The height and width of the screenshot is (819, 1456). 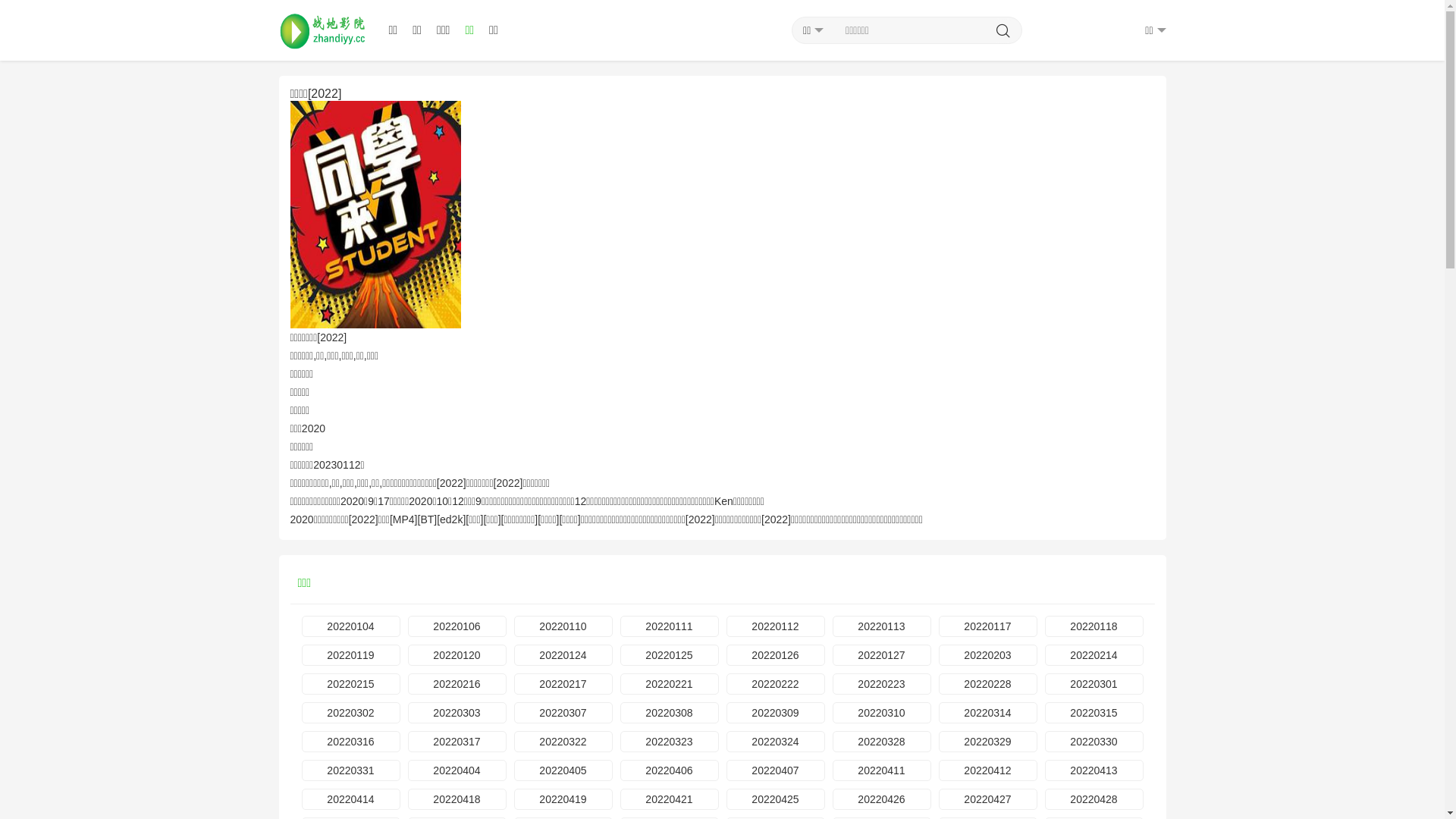 What do you see at coordinates (457, 798) in the screenshot?
I see `'20220418'` at bounding box center [457, 798].